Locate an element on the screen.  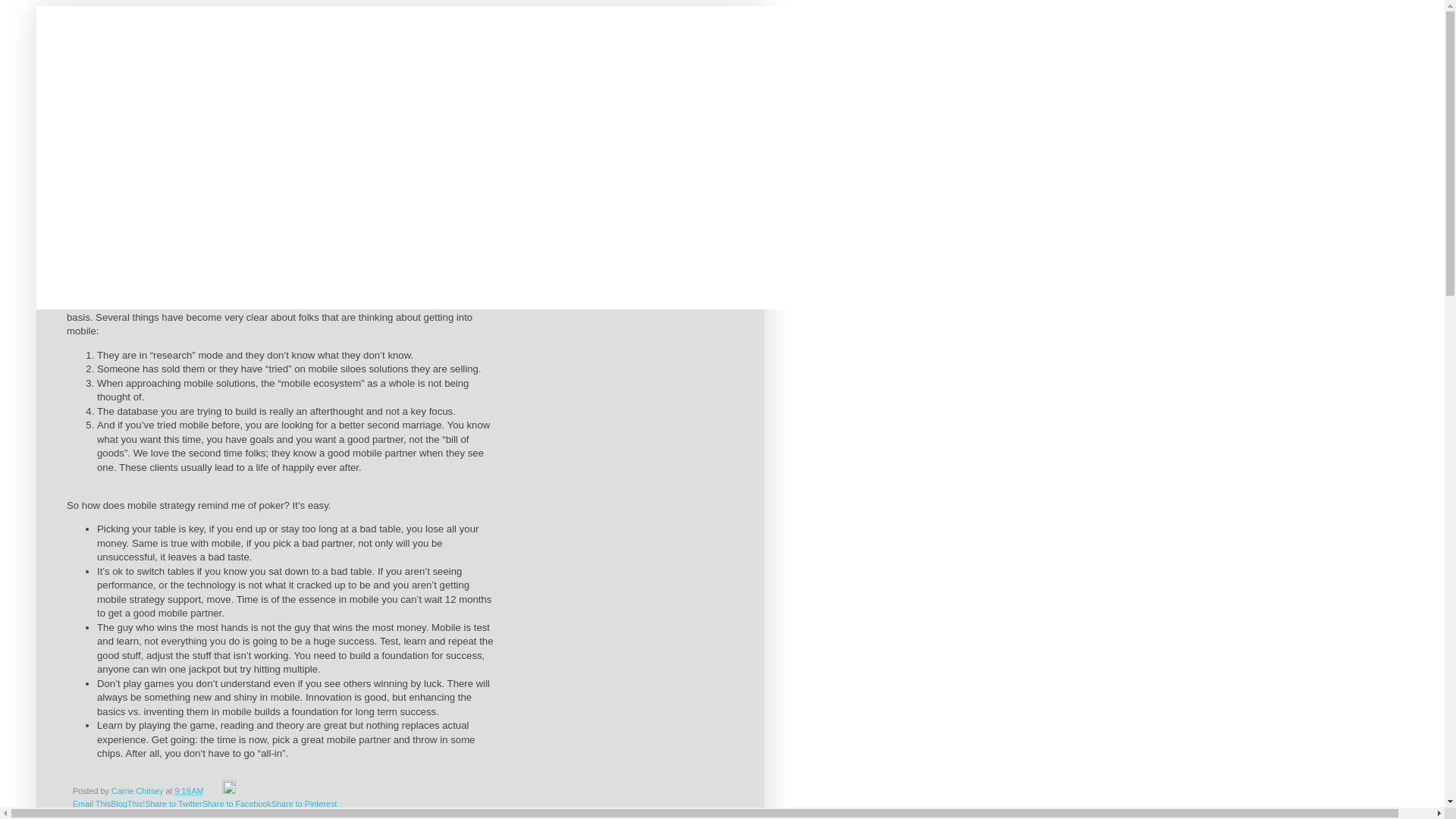
'Carrie Chitsey' is located at coordinates (111, 789).